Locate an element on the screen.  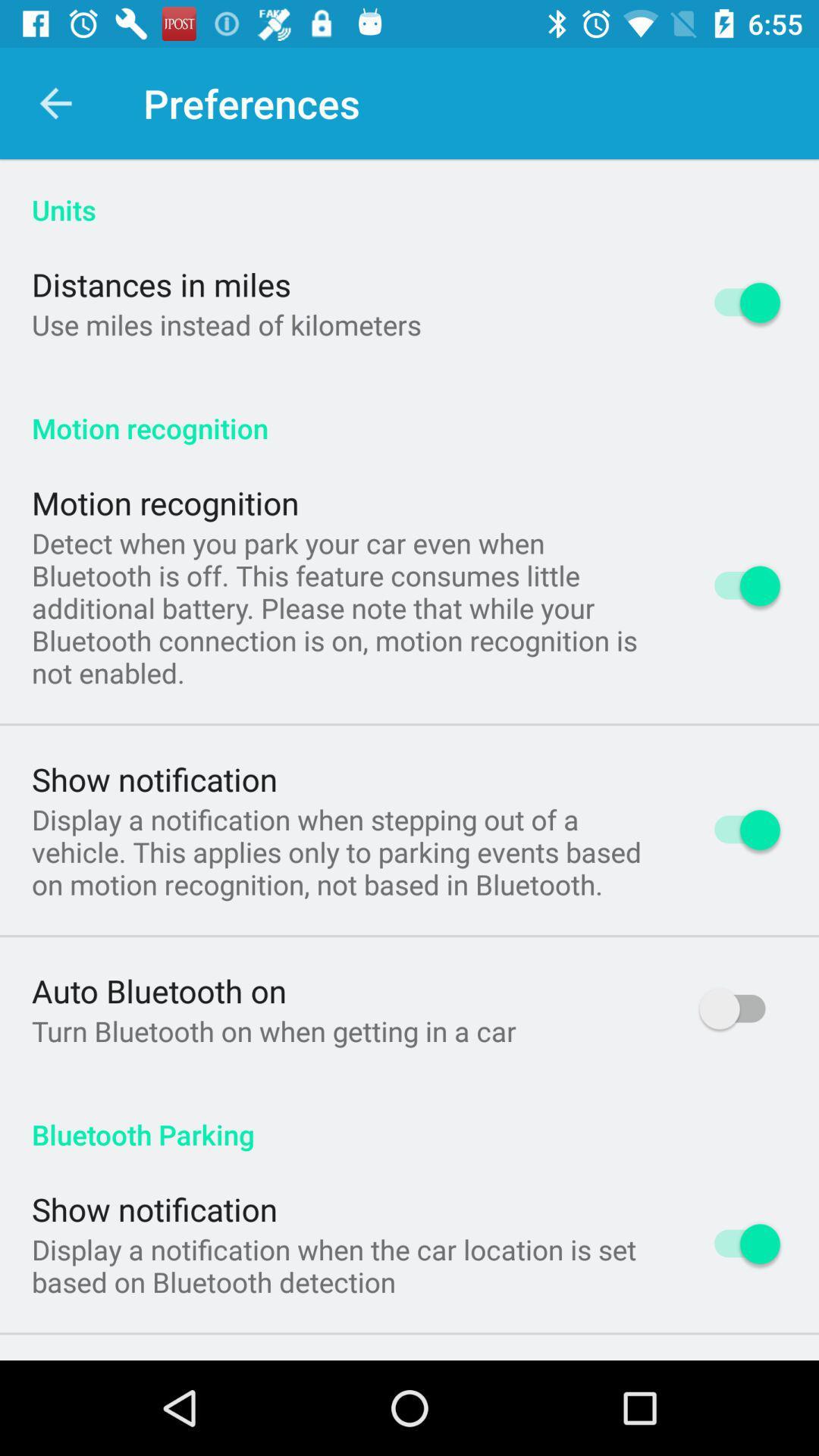
app below units app is located at coordinates (161, 284).